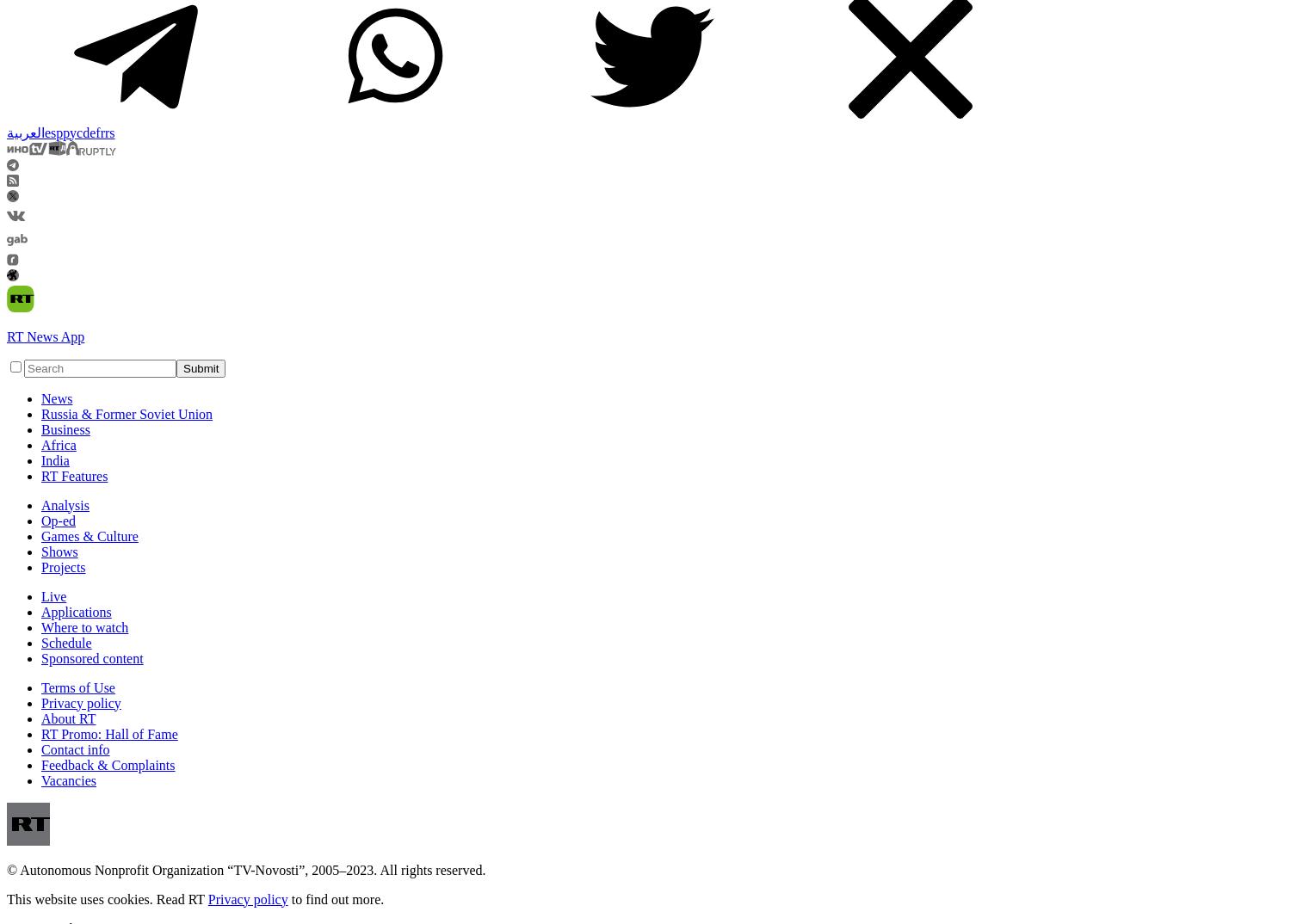 This screenshot has width=1291, height=924. Describe the element at coordinates (90, 656) in the screenshot. I see `'Sponsored content'` at that location.